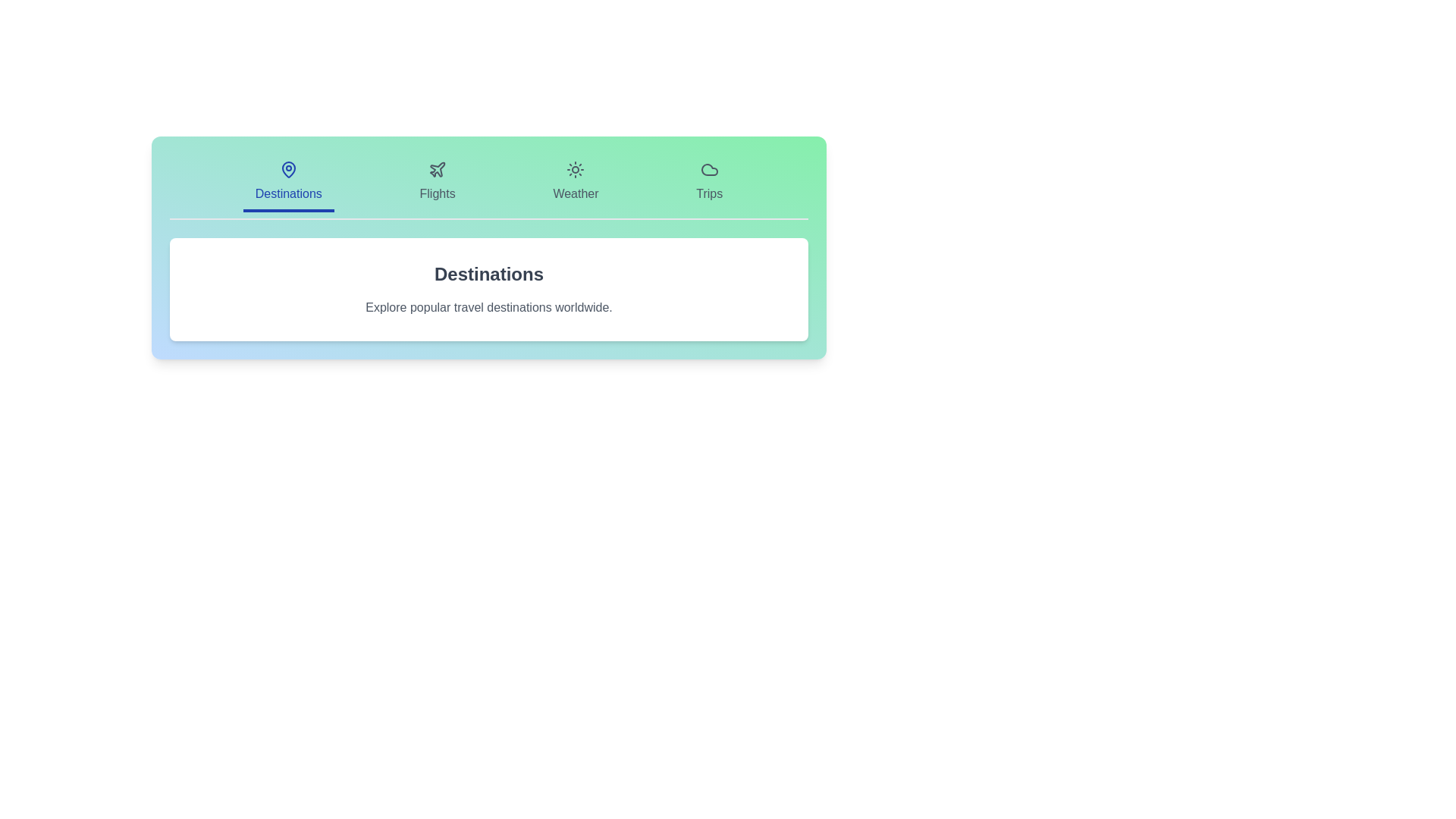 This screenshot has height=819, width=1456. I want to click on the tab labeled Weather, so click(575, 183).